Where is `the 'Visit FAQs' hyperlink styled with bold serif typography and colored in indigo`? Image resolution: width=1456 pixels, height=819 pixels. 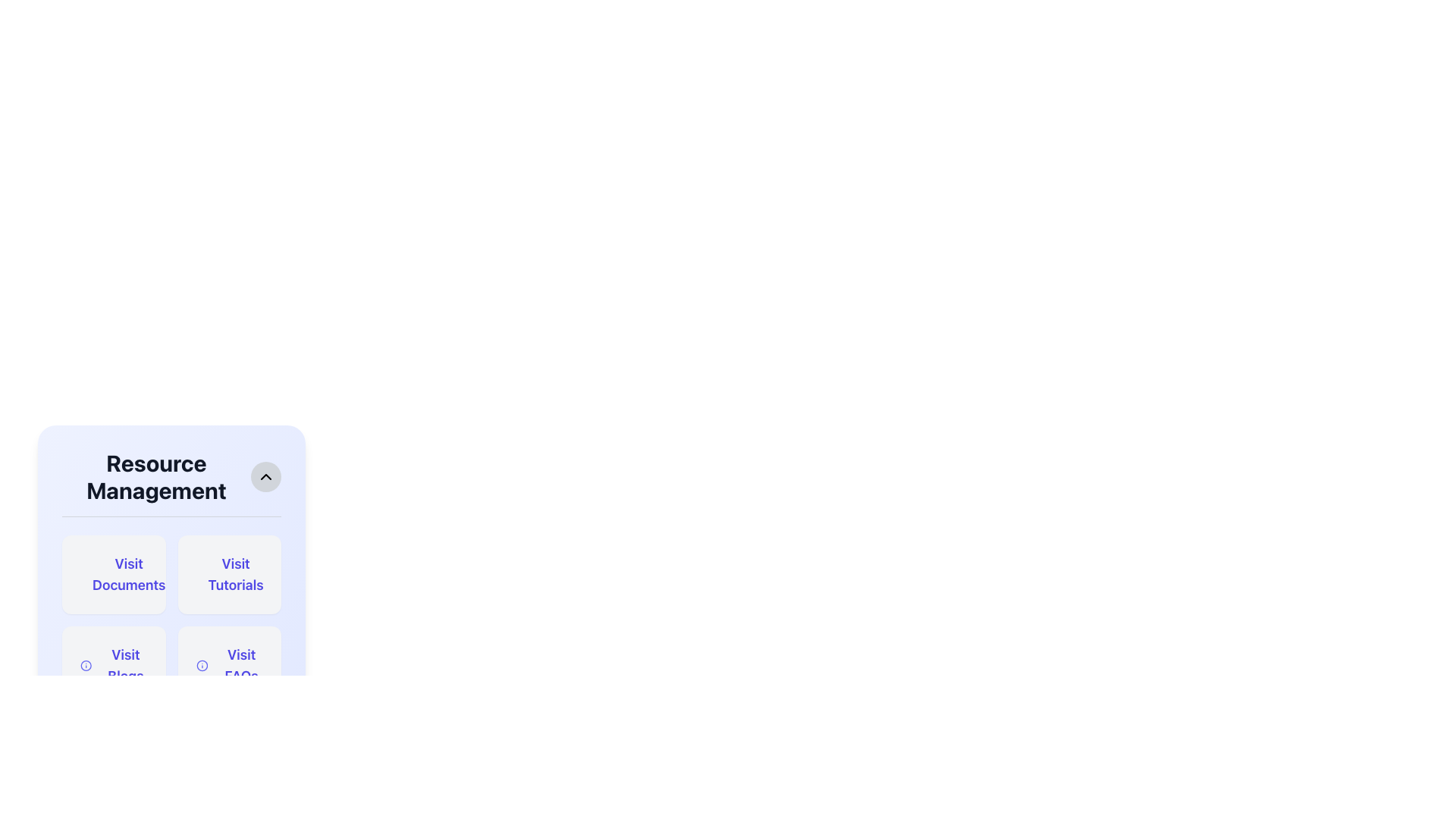 the 'Visit FAQs' hyperlink styled with bold serif typography and colored in indigo is located at coordinates (240, 665).